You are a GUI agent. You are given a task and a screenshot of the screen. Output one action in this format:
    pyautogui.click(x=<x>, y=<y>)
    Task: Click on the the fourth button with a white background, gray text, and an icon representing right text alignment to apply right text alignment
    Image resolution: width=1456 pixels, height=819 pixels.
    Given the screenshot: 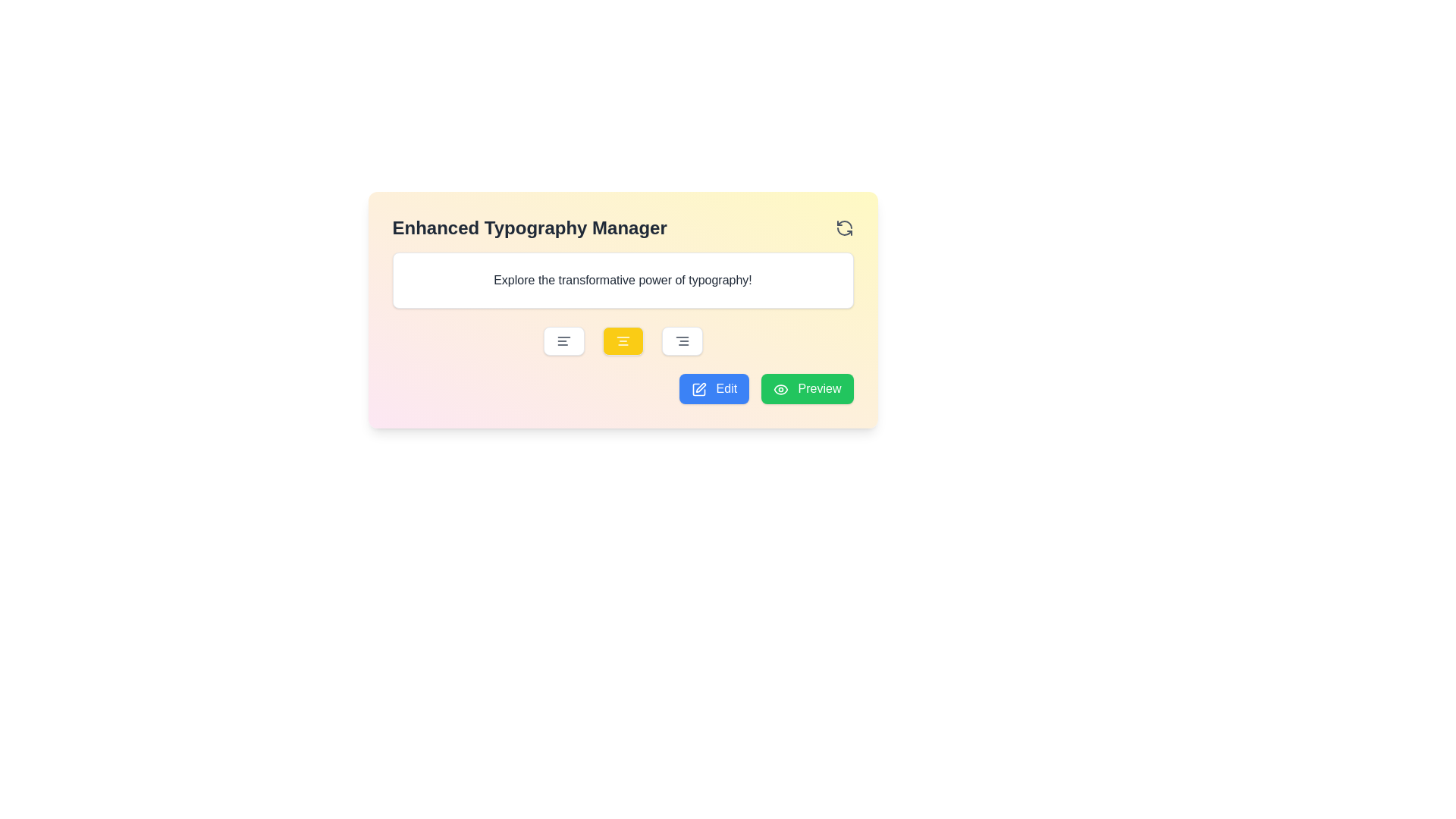 What is the action you would take?
    pyautogui.click(x=681, y=341)
    